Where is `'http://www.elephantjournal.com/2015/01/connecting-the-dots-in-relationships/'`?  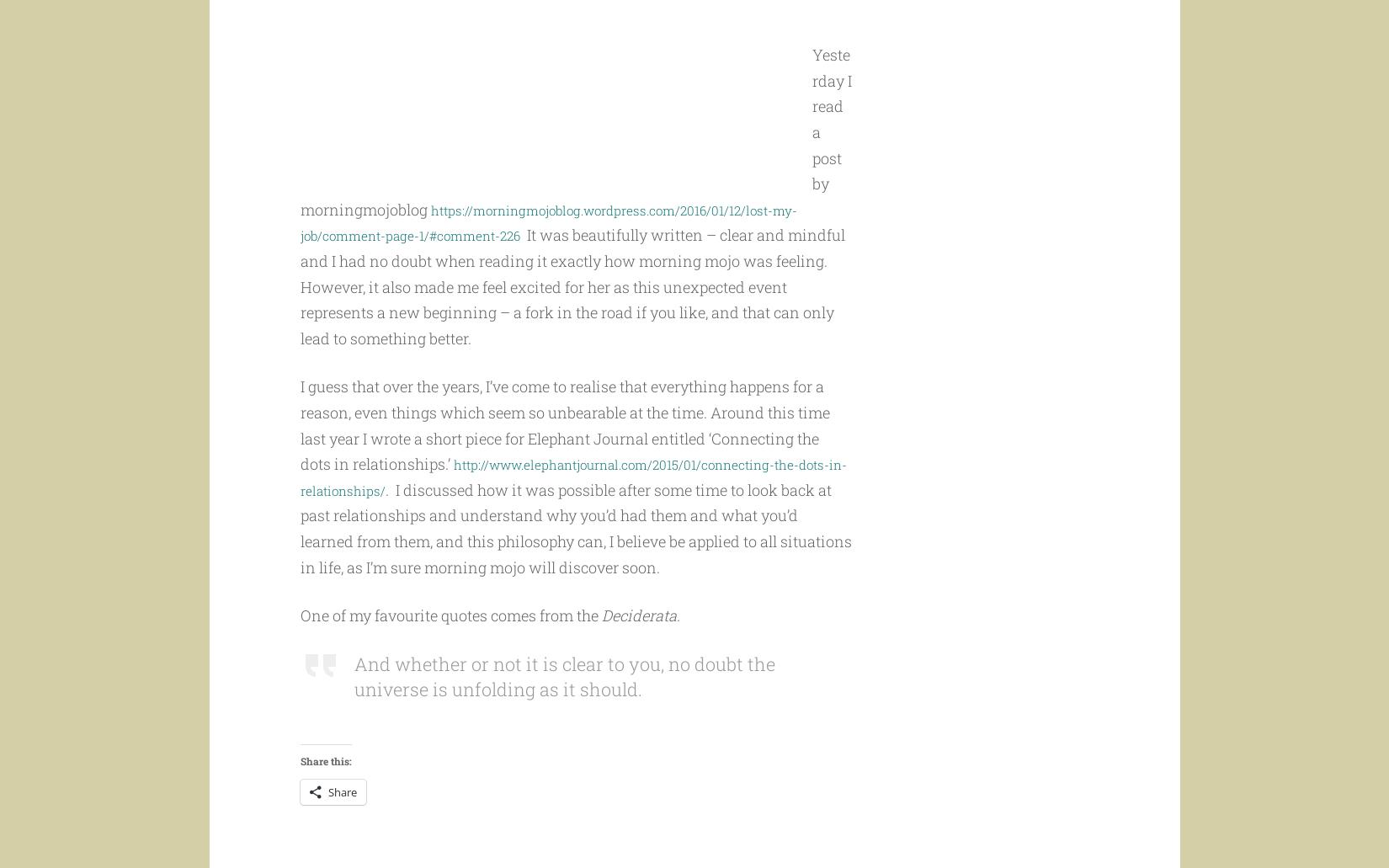 'http://www.elephantjournal.com/2015/01/connecting-the-dots-in-relationships/' is located at coordinates (563, 508).